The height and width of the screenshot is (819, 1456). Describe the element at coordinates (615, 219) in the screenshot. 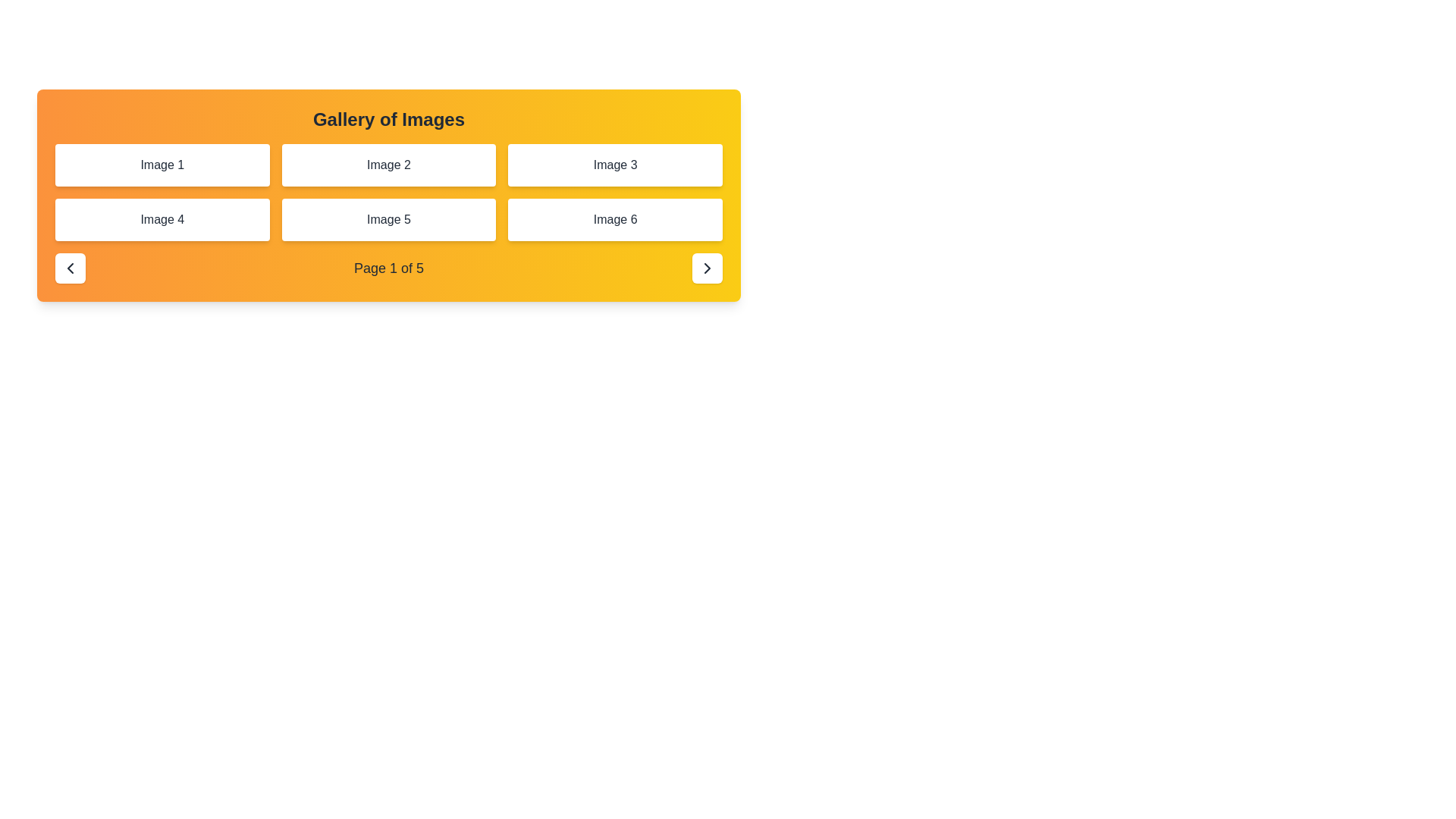

I see `text from the Informational card labeled 'Image 6', which is a rectangular card located in the bottom-right corner of the grid layout` at that location.